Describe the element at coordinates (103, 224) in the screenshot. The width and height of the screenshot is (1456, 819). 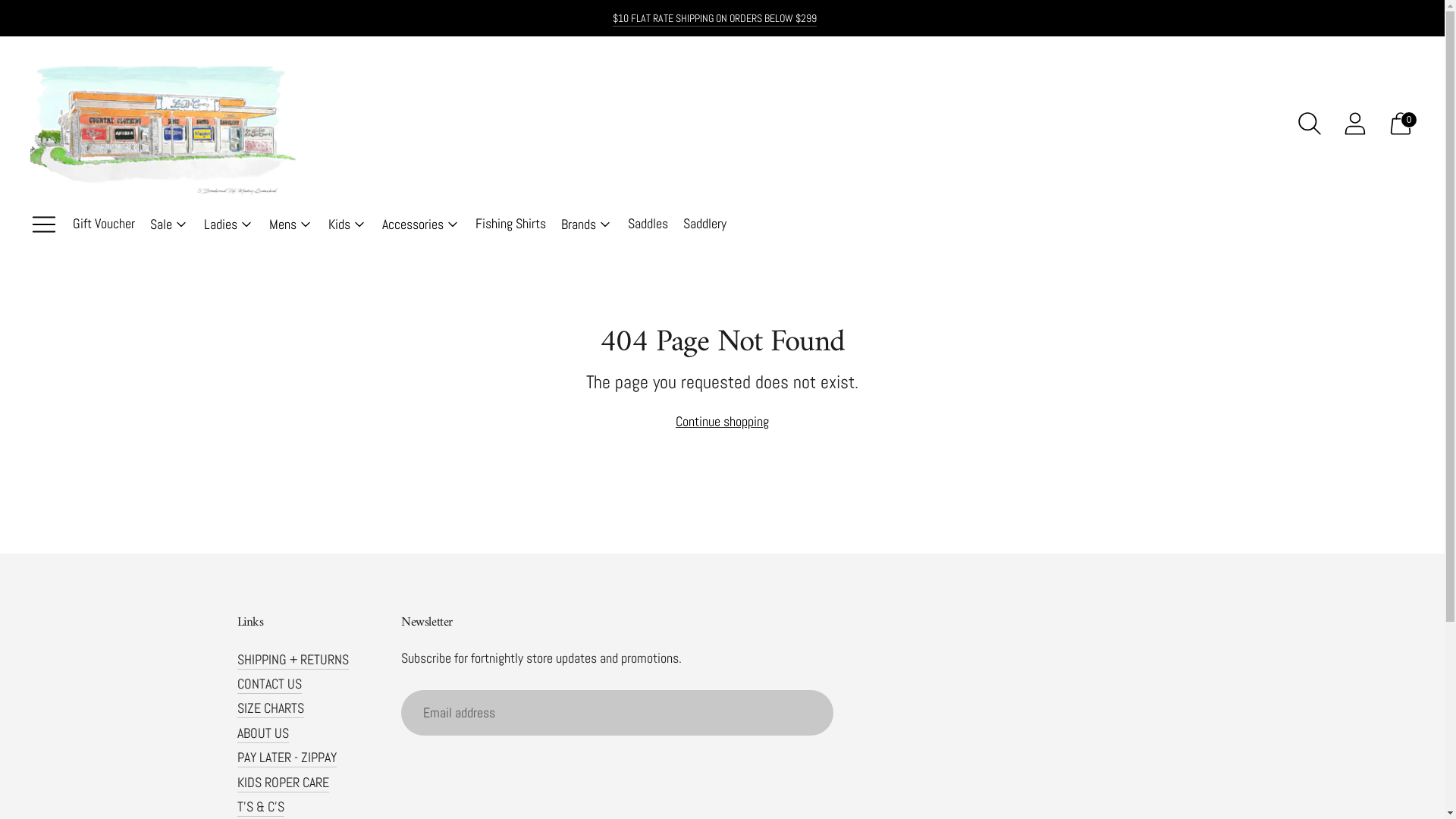
I see `'Gift Voucher'` at that location.